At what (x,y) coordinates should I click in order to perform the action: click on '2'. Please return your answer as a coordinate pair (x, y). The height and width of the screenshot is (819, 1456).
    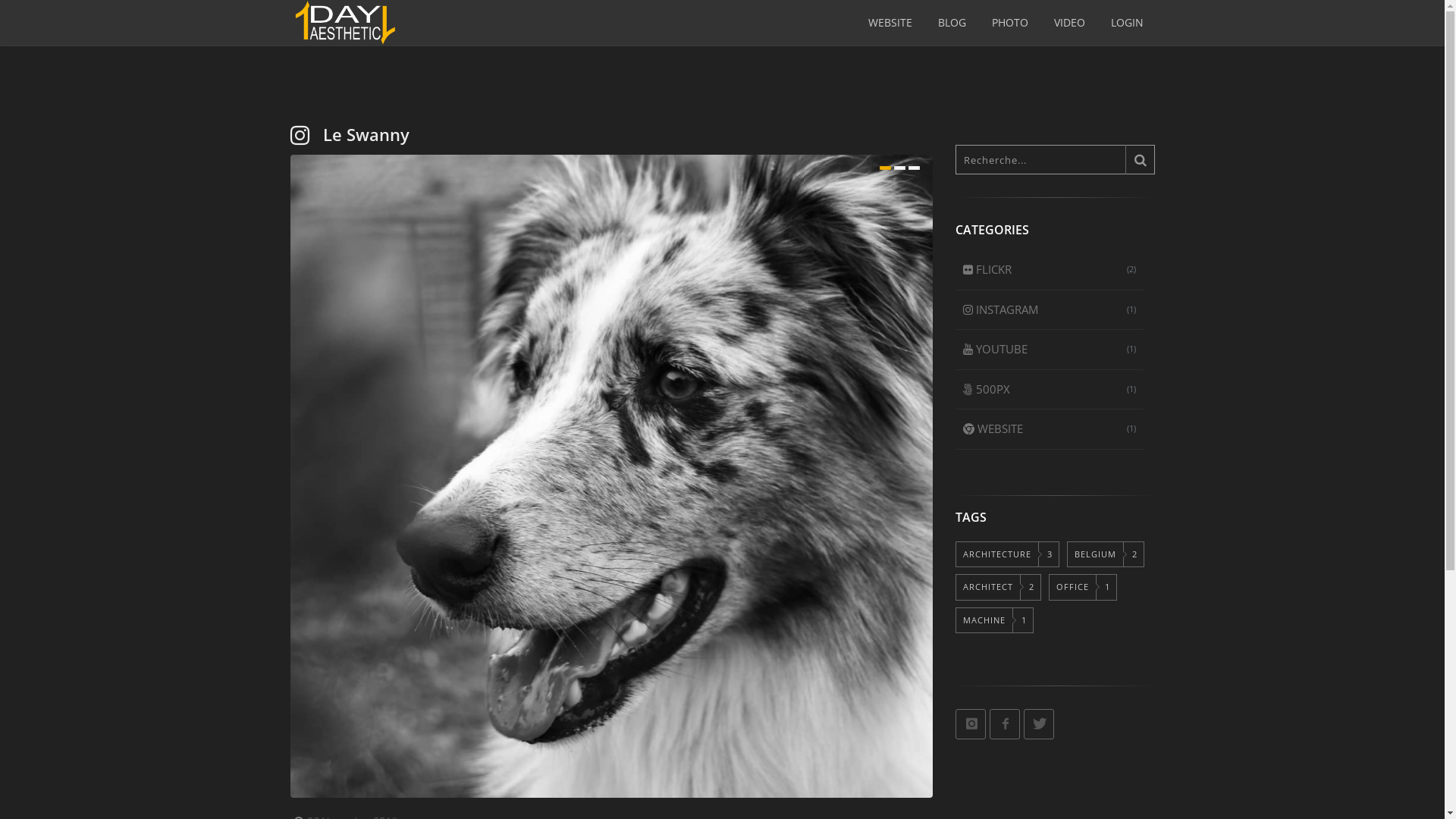
    Looking at the image, I should click on (899, 168).